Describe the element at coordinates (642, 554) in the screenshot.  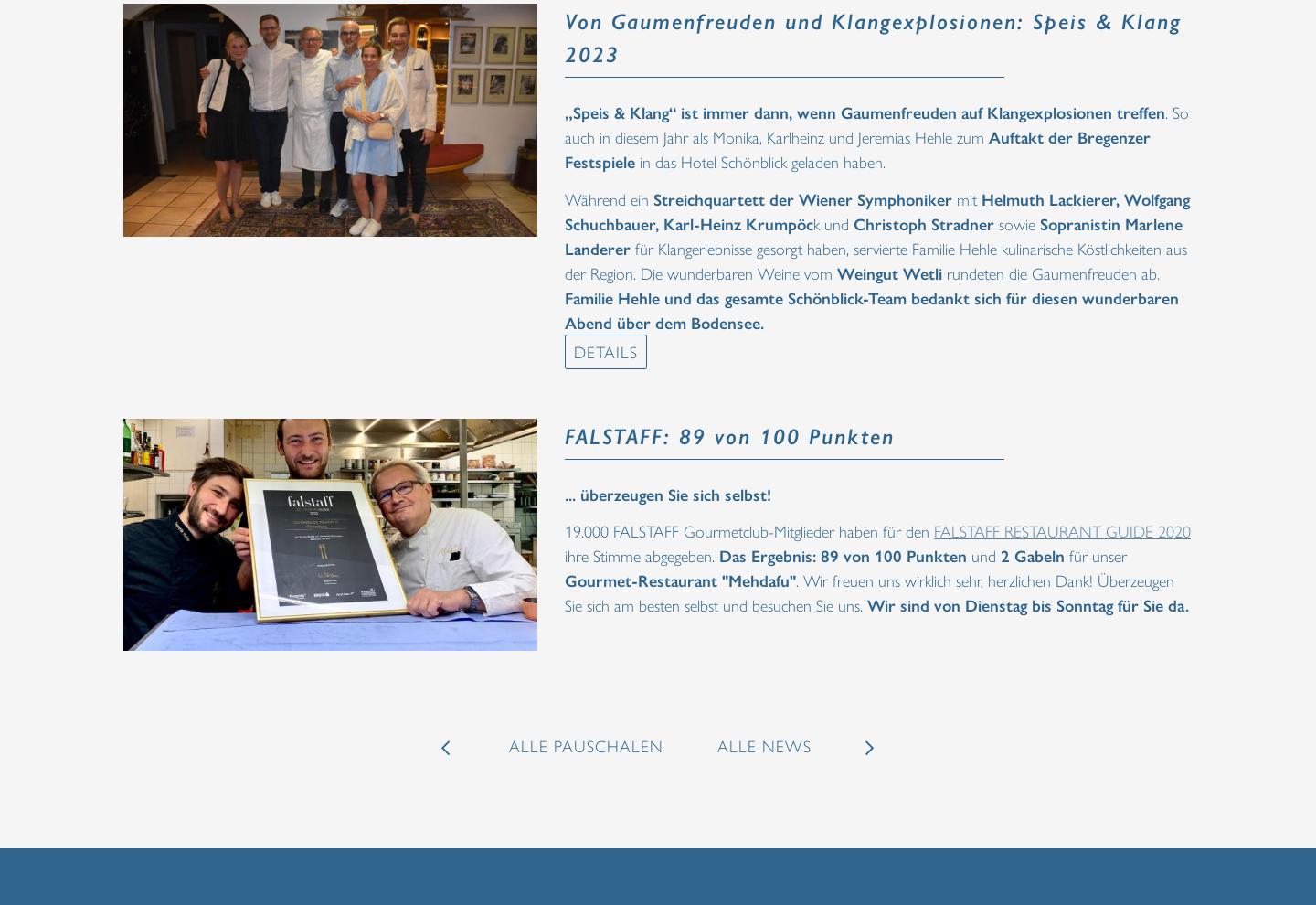
I see `'ihre Stimme abgegeben.'` at that location.